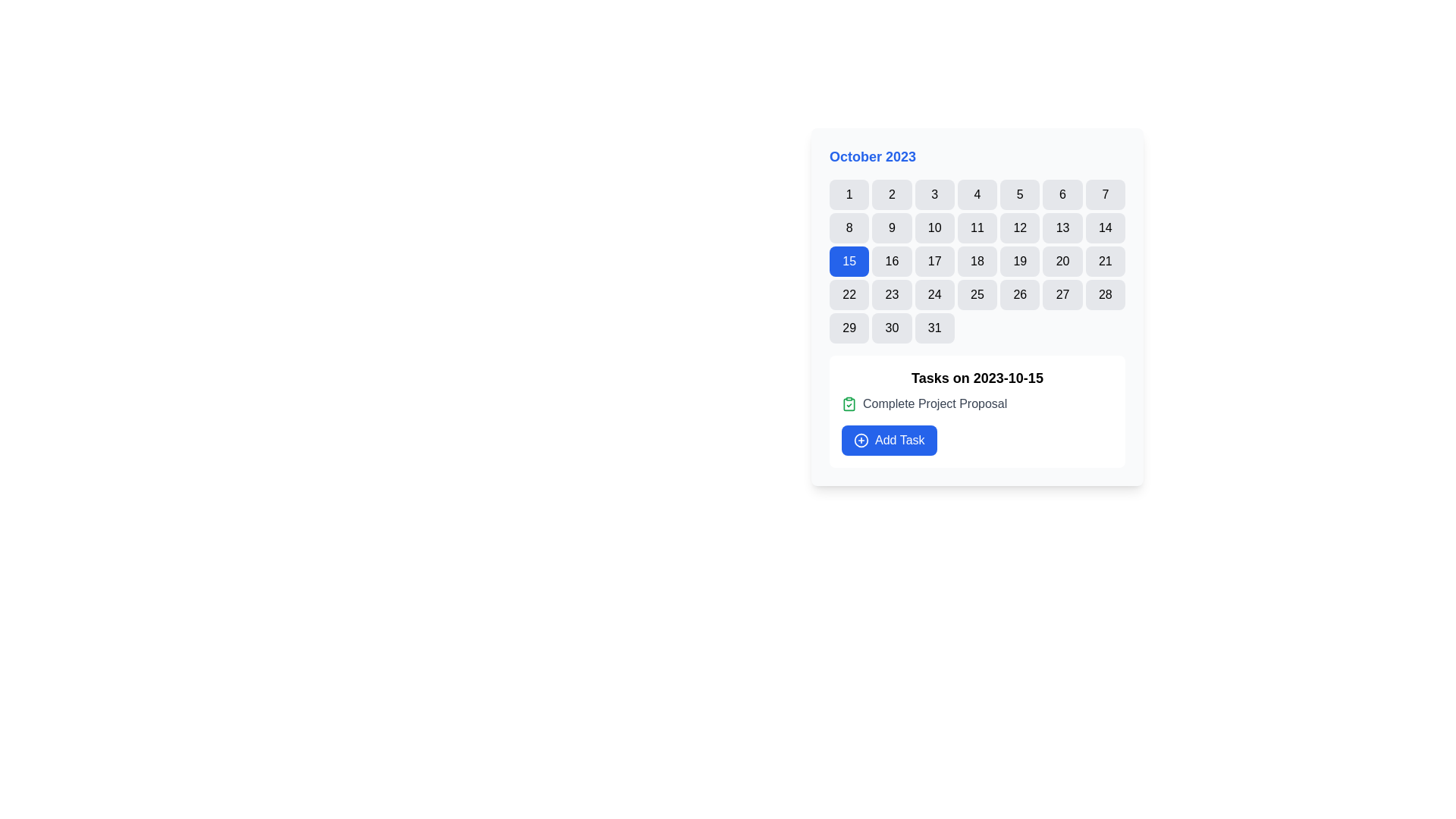 Image resolution: width=1456 pixels, height=819 pixels. Describe the element at coordinates (1105, 227) in the screenshot. I see `the button representing the 14th day in the calendar` at that location.